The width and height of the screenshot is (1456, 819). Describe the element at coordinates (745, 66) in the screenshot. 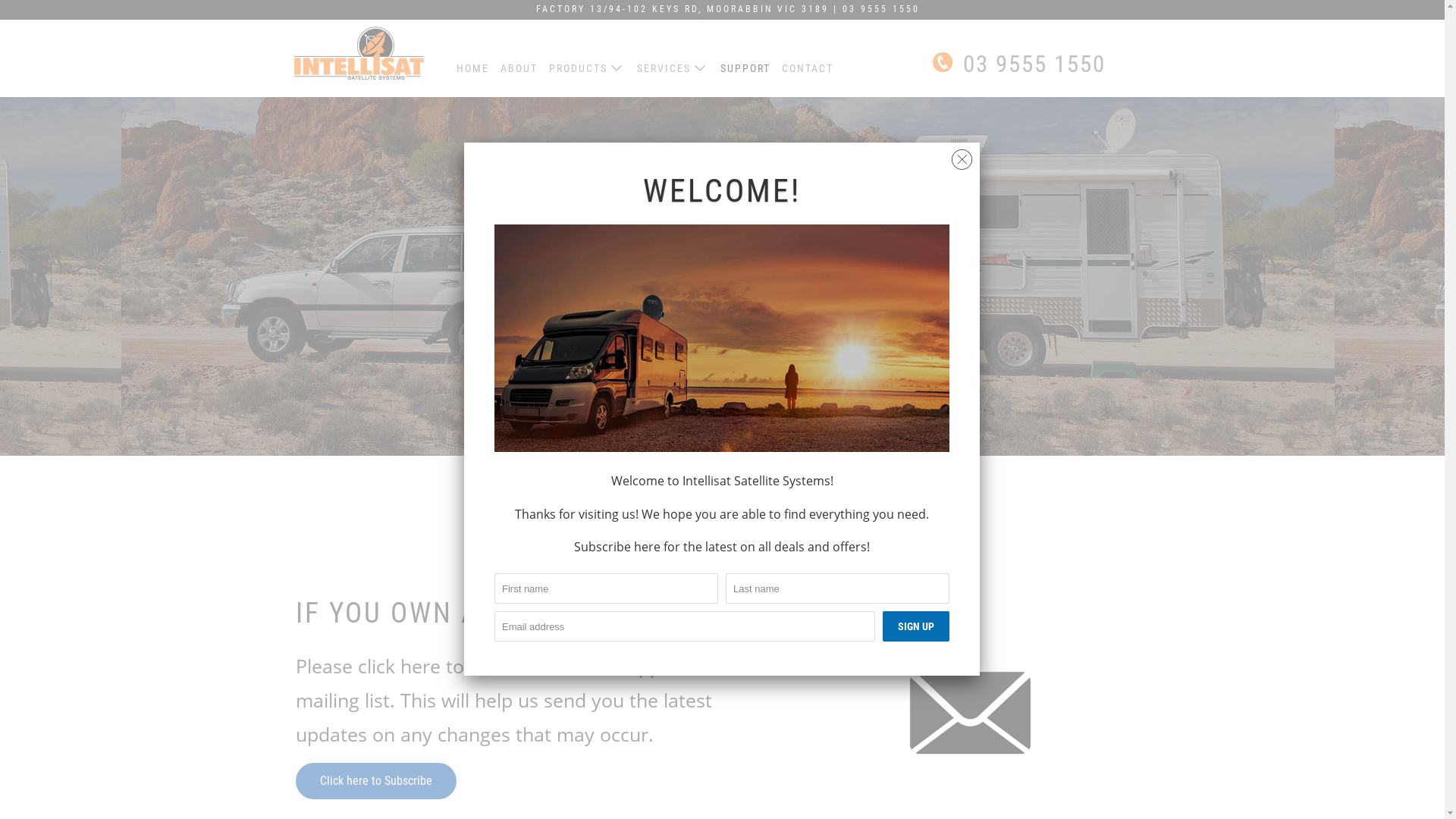

I see `'SUPPORT'` at that location.